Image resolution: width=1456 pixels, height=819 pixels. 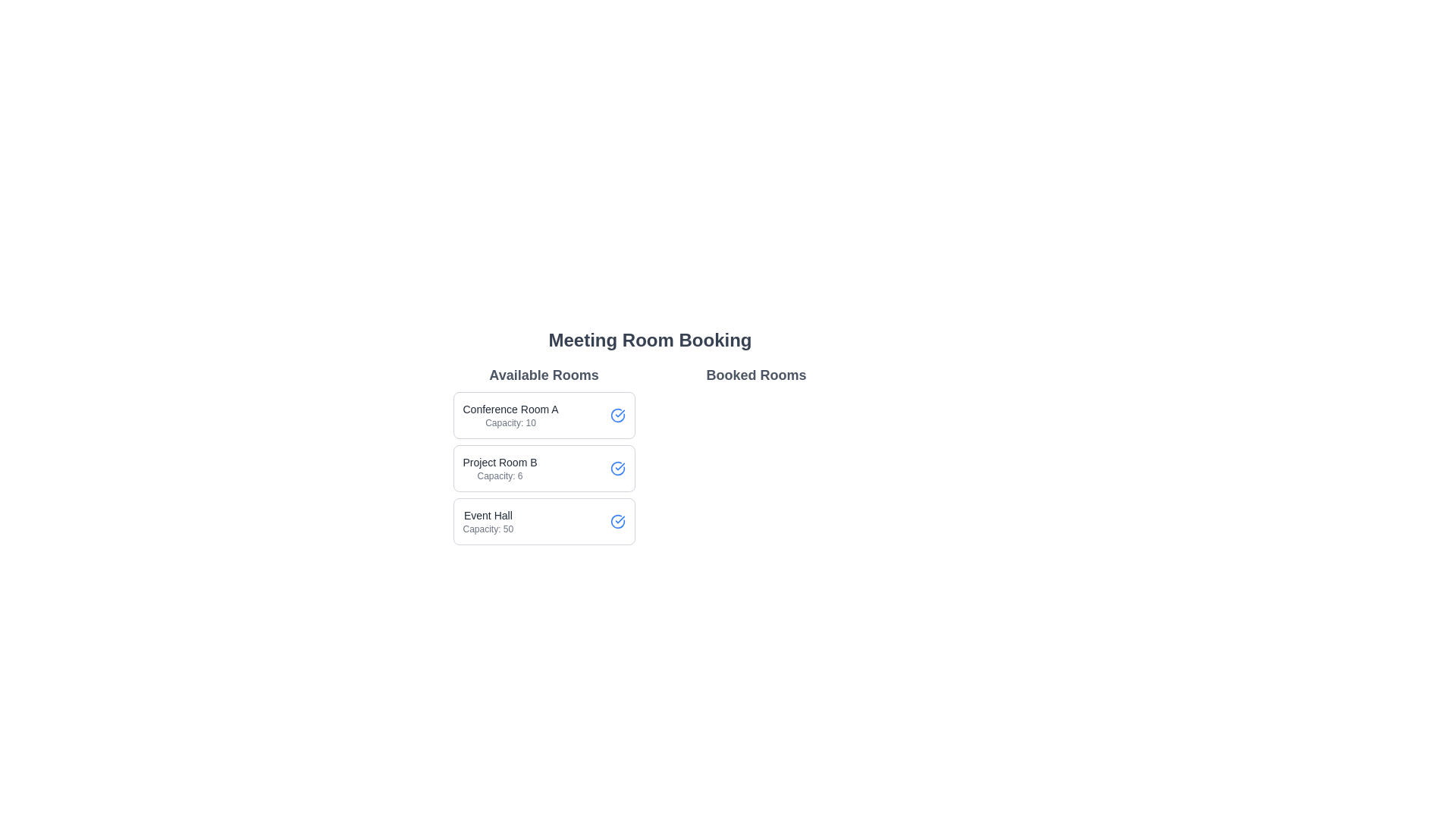 I want to click on capacity information displayed as 'Capacity: 6' in gray color beneath the 'Project Room B' label within the Available Rooms section, so click(x=500, y=475).